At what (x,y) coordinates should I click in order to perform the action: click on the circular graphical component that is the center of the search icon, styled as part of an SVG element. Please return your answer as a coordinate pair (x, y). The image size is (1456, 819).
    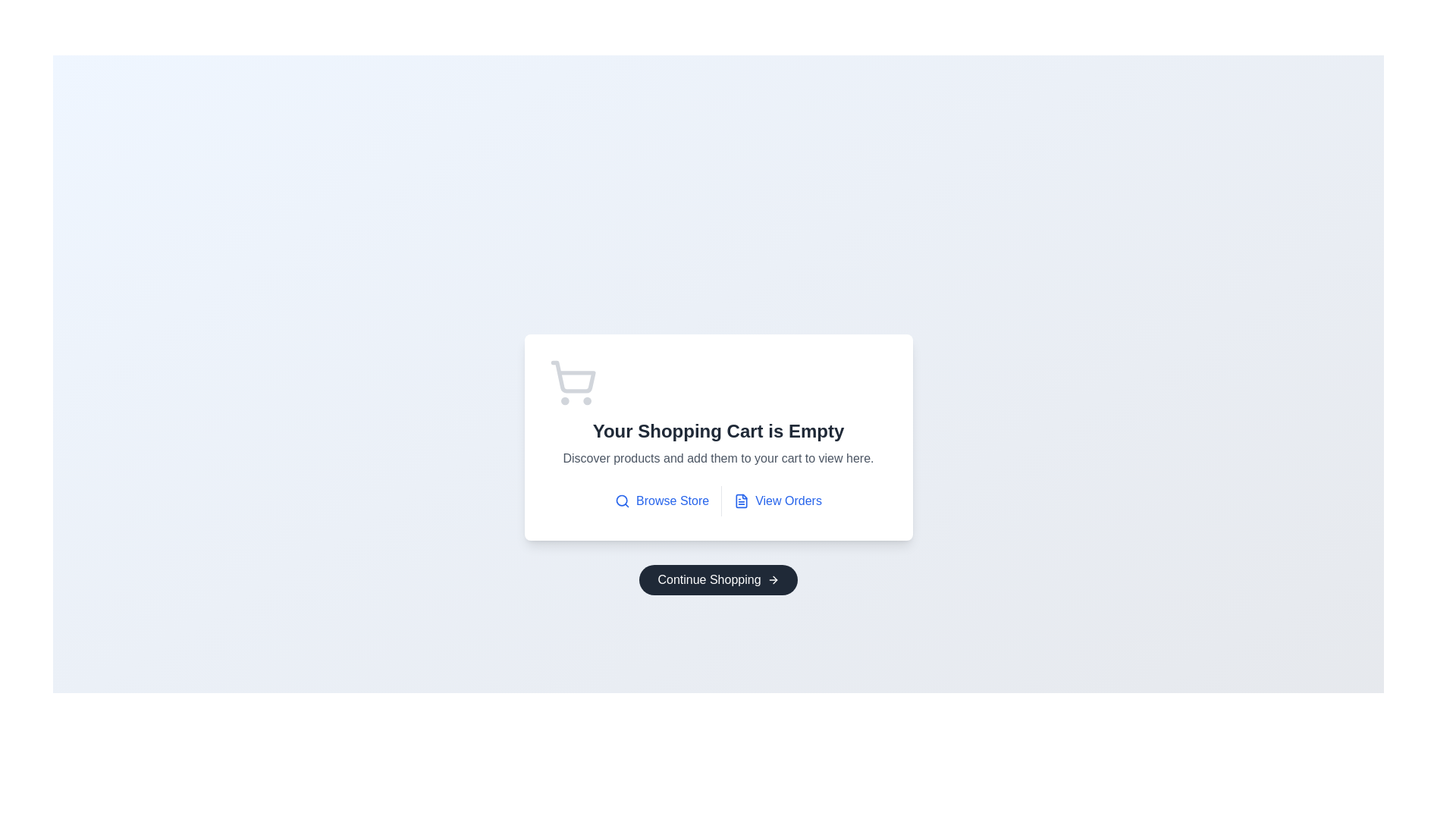
    Looking at the image, I should click on (622, 500).